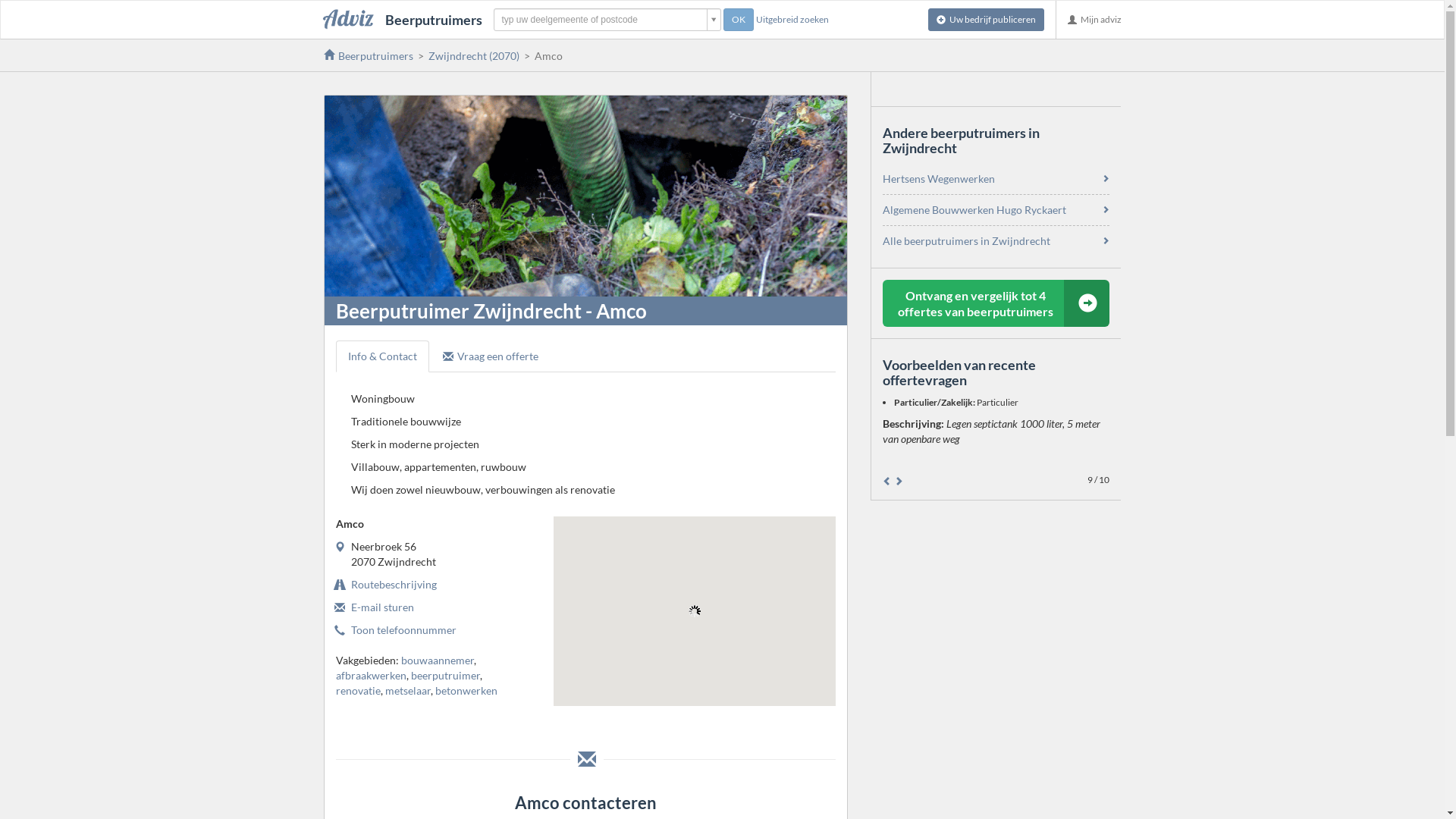 The image size is (1456, 819). Describe the element at coordinates (381, 606) in the screenshot. I see `'E-mail sturen'` at that location.